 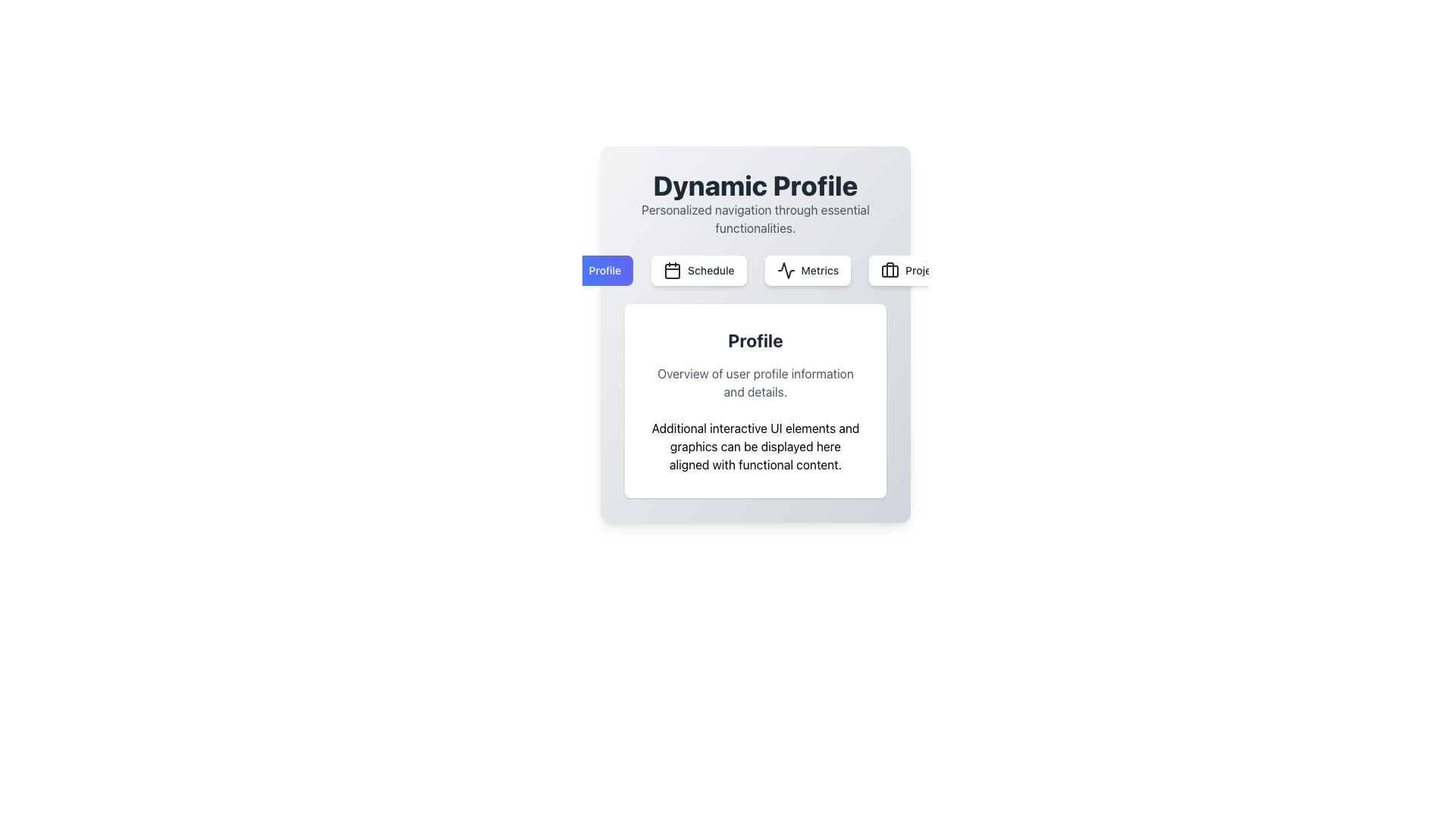 I want to click on the center of the briefcase icon element in the SVG graphic, which is the fourth item in the navigation bar below 'Dynamic Profile', so click(x=890, y=271).